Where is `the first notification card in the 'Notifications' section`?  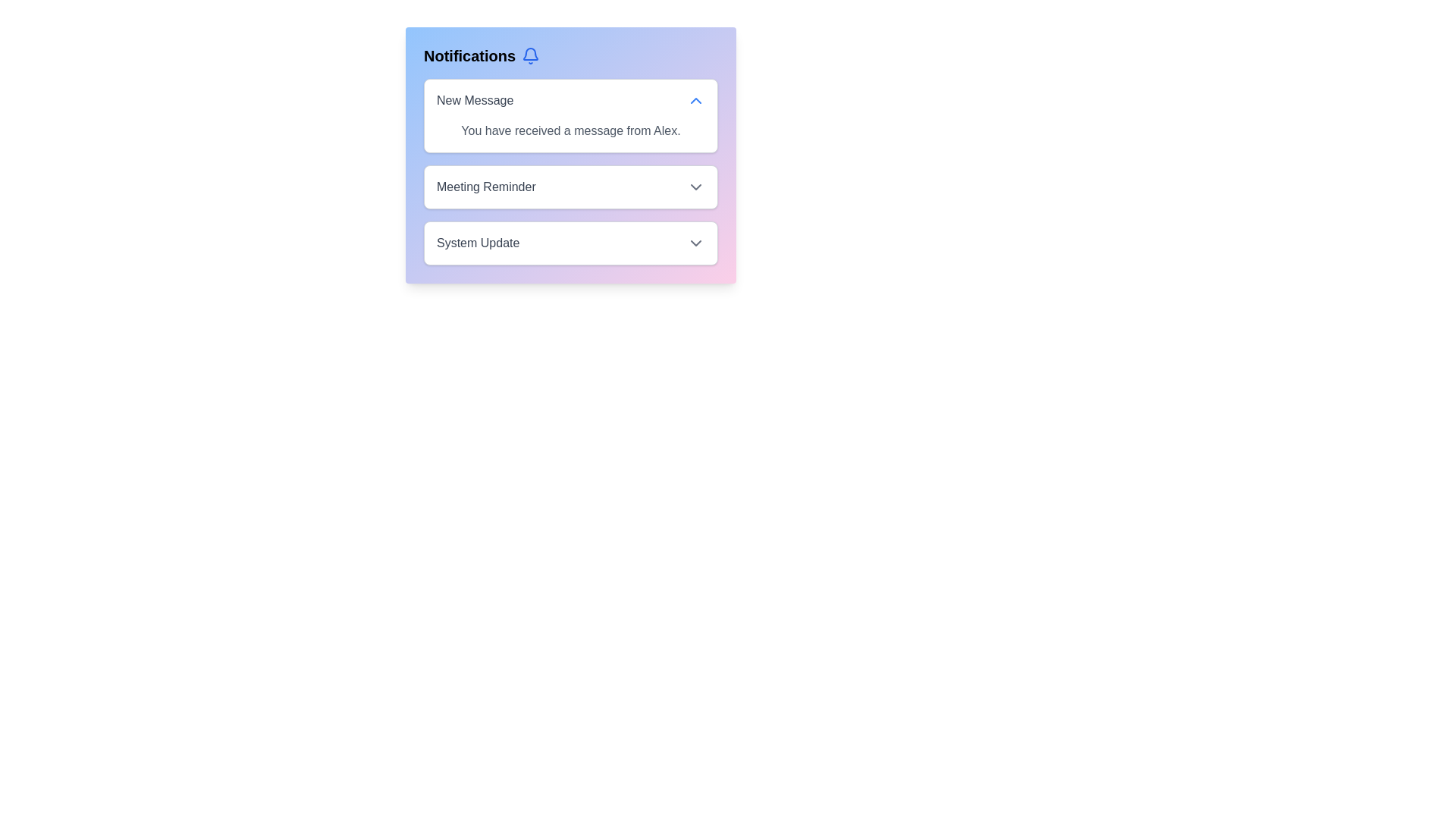
the first notification card in the 'Notifications' section is located at coordinates (570, 115).